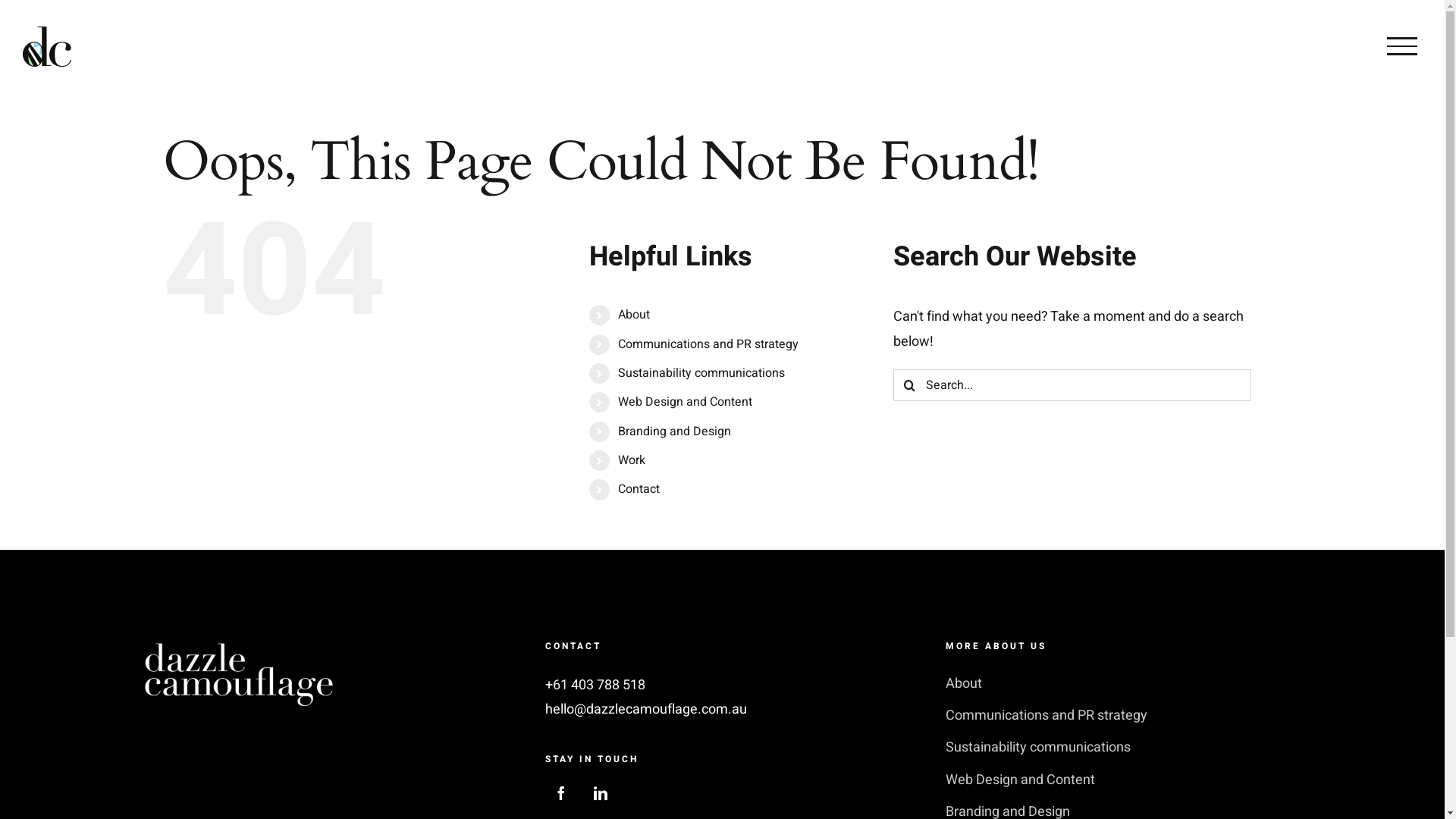  What do you see at coordinates (545, 685) in the screenshot?
I see `'+61 403 788 518'` at bounding box center [545, 685].